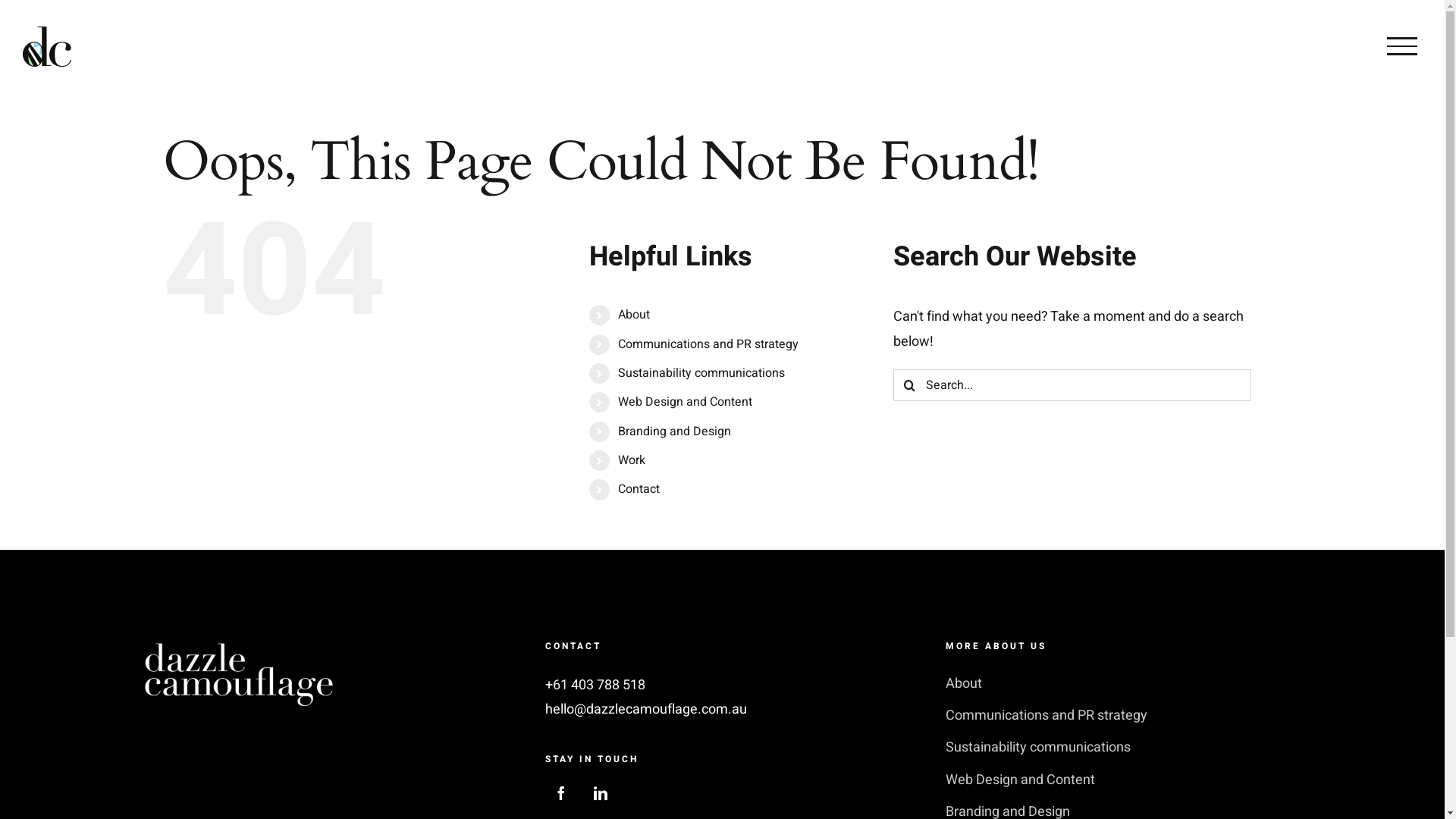  What do you see at coordinates (545, 685) in the screenshot?
I see `'+61 403 788 518'` at bounding box center [545, 685].